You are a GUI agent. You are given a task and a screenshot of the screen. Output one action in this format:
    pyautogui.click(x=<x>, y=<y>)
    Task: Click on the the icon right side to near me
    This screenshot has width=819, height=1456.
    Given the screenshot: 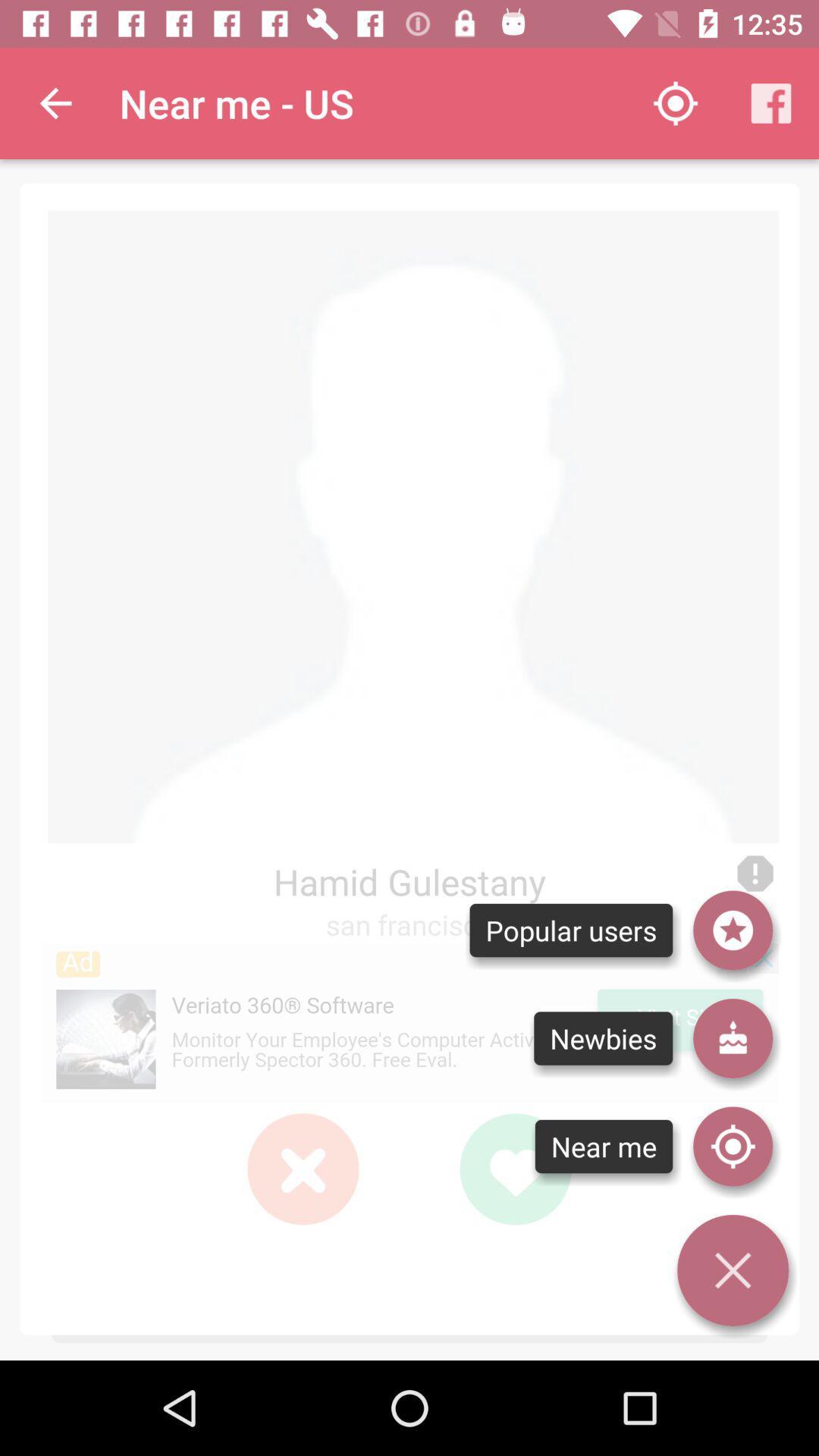 What is the action you would take?
    pyautogui.click(x=733, y=1147)
    